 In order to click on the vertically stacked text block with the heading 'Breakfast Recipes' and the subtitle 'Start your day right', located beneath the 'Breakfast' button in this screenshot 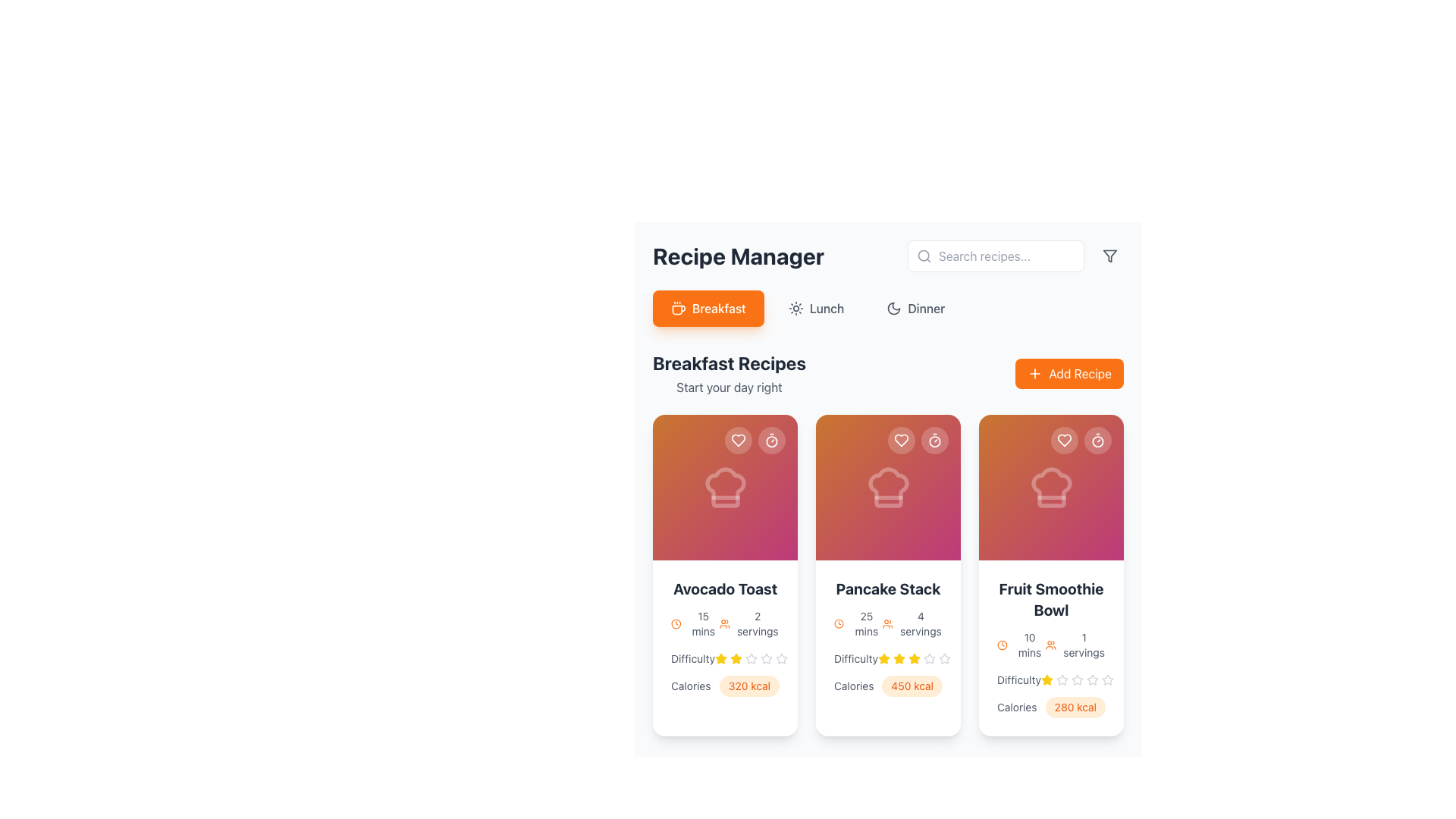, I will do `click(729, 374)`.